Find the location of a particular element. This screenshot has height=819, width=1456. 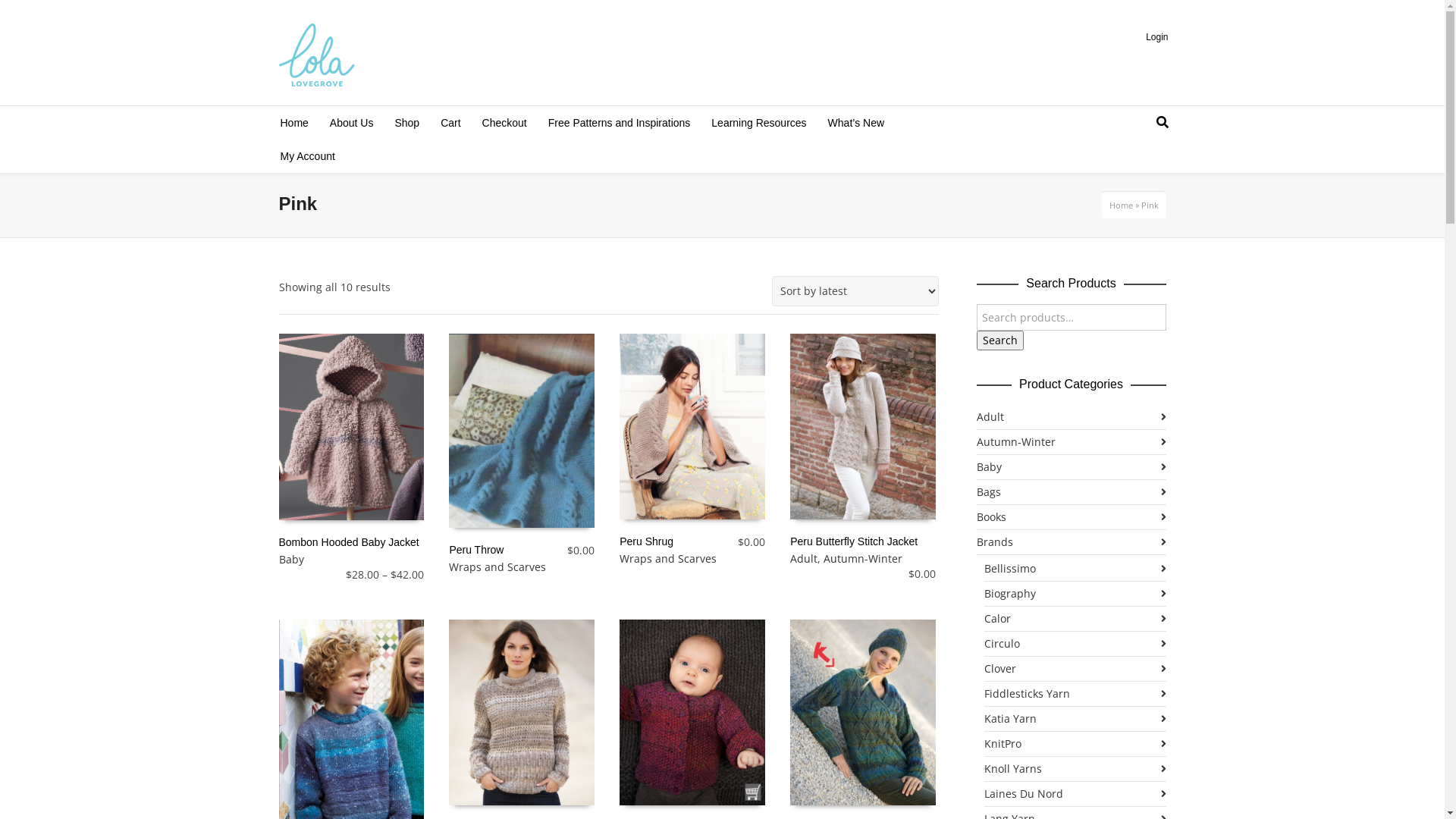

'Home' is located at coordinates (294, 122).